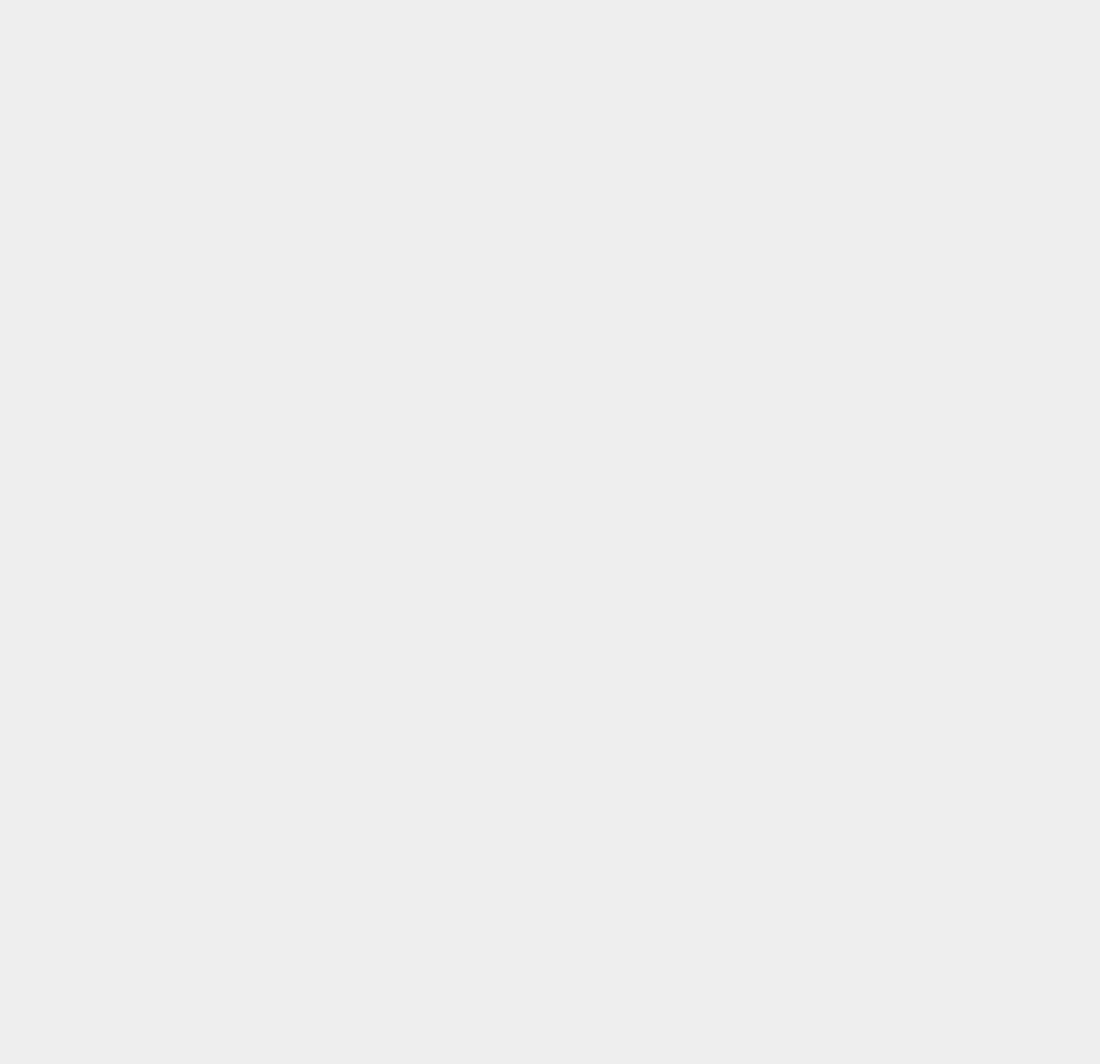 The height and width of the screenshot is (1064, 1100). I want to click on 'IPO', so click(778, 33).